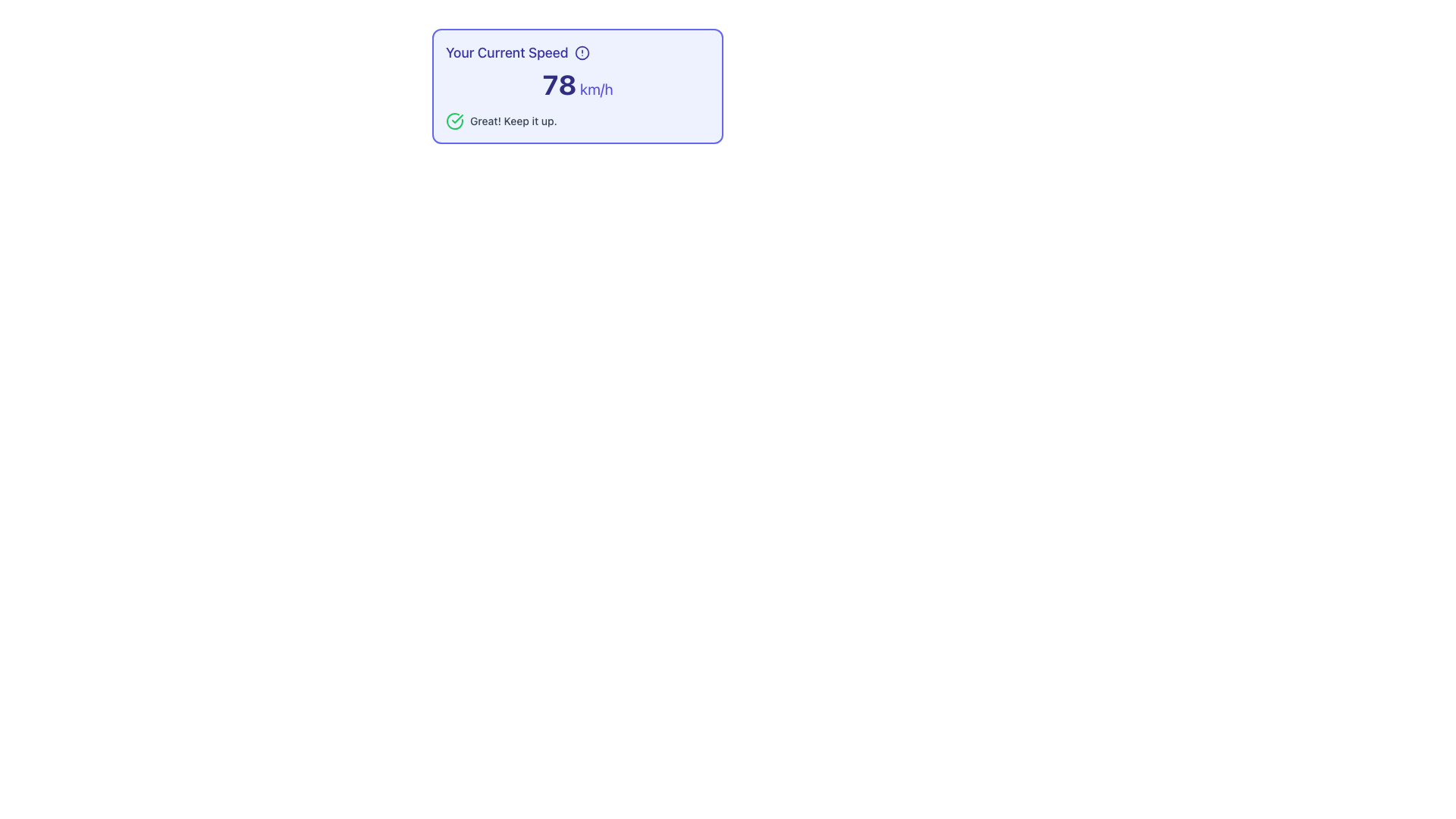 Image resolution: width=1456 pixels, height=819 pixels. Describe the element at coordinates (513, 120) in the screenshot. I see `the textual feedback message located in the bottom-left portion of the card displaying speed information` at that location.